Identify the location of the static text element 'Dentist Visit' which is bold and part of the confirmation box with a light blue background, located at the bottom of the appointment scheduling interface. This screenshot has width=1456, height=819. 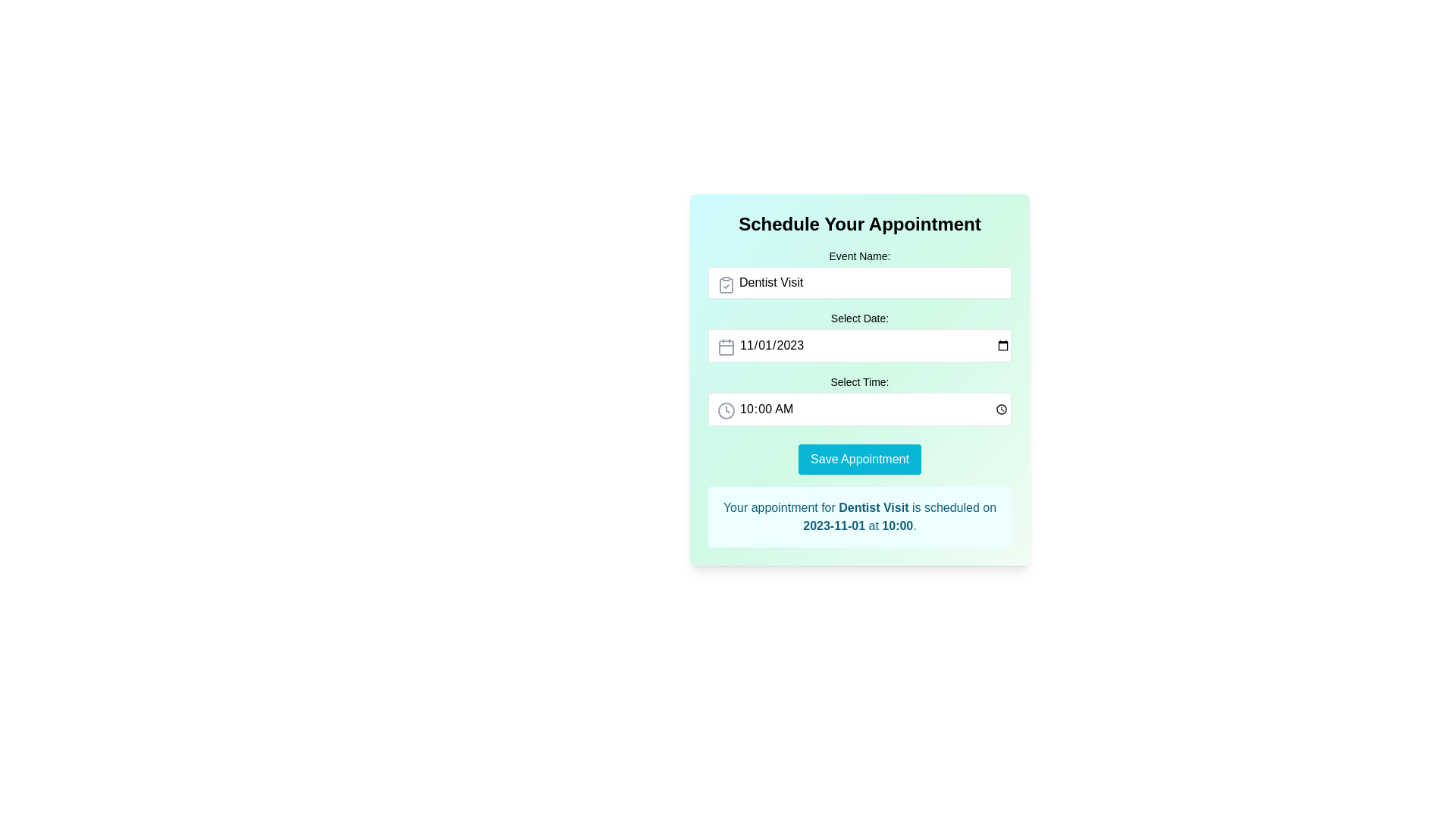
(874, 507).